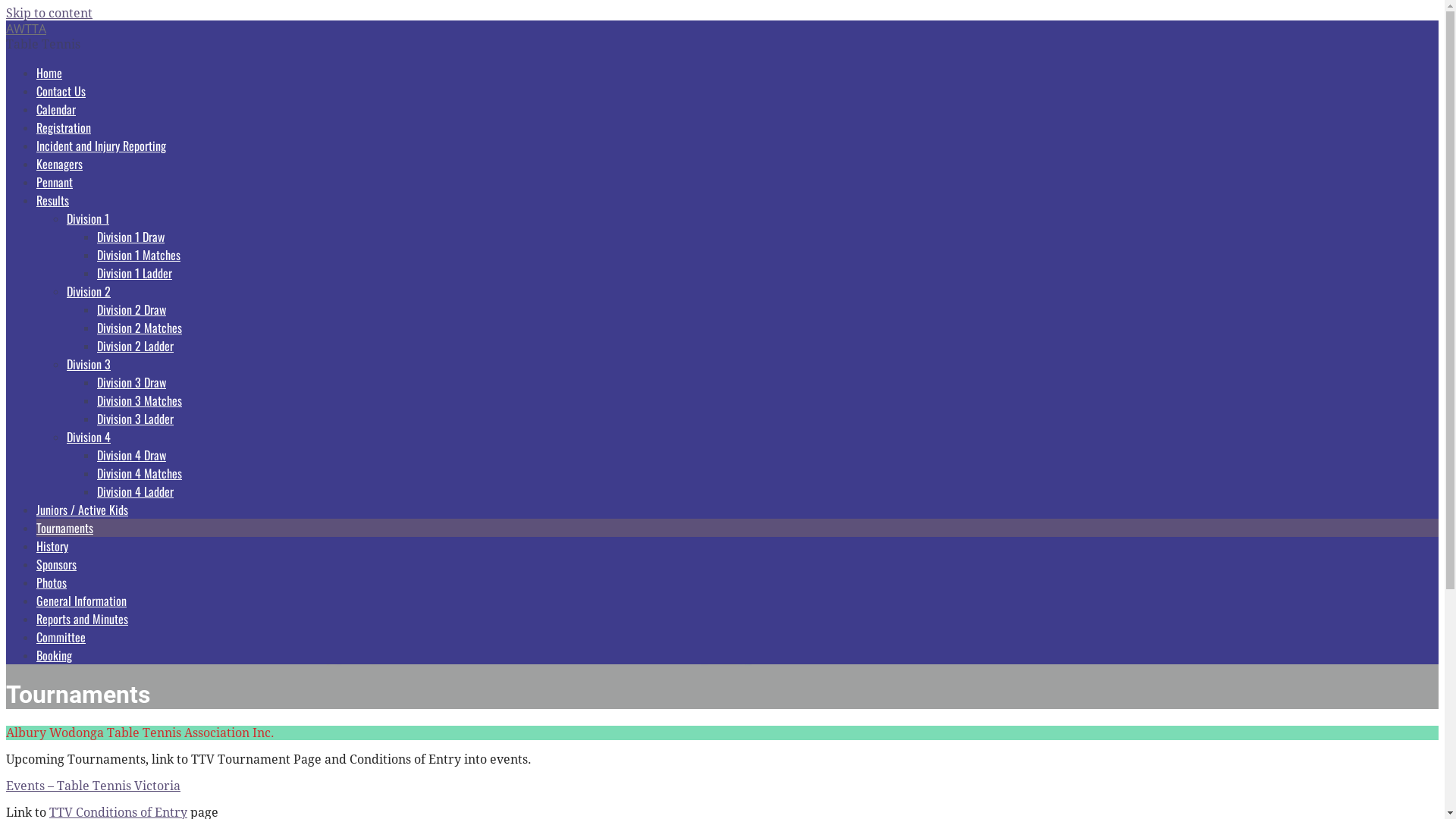 The width and height of the screenshot is (1456, 819). I want to click on 'Division 1 Matches', so click(138, 253).